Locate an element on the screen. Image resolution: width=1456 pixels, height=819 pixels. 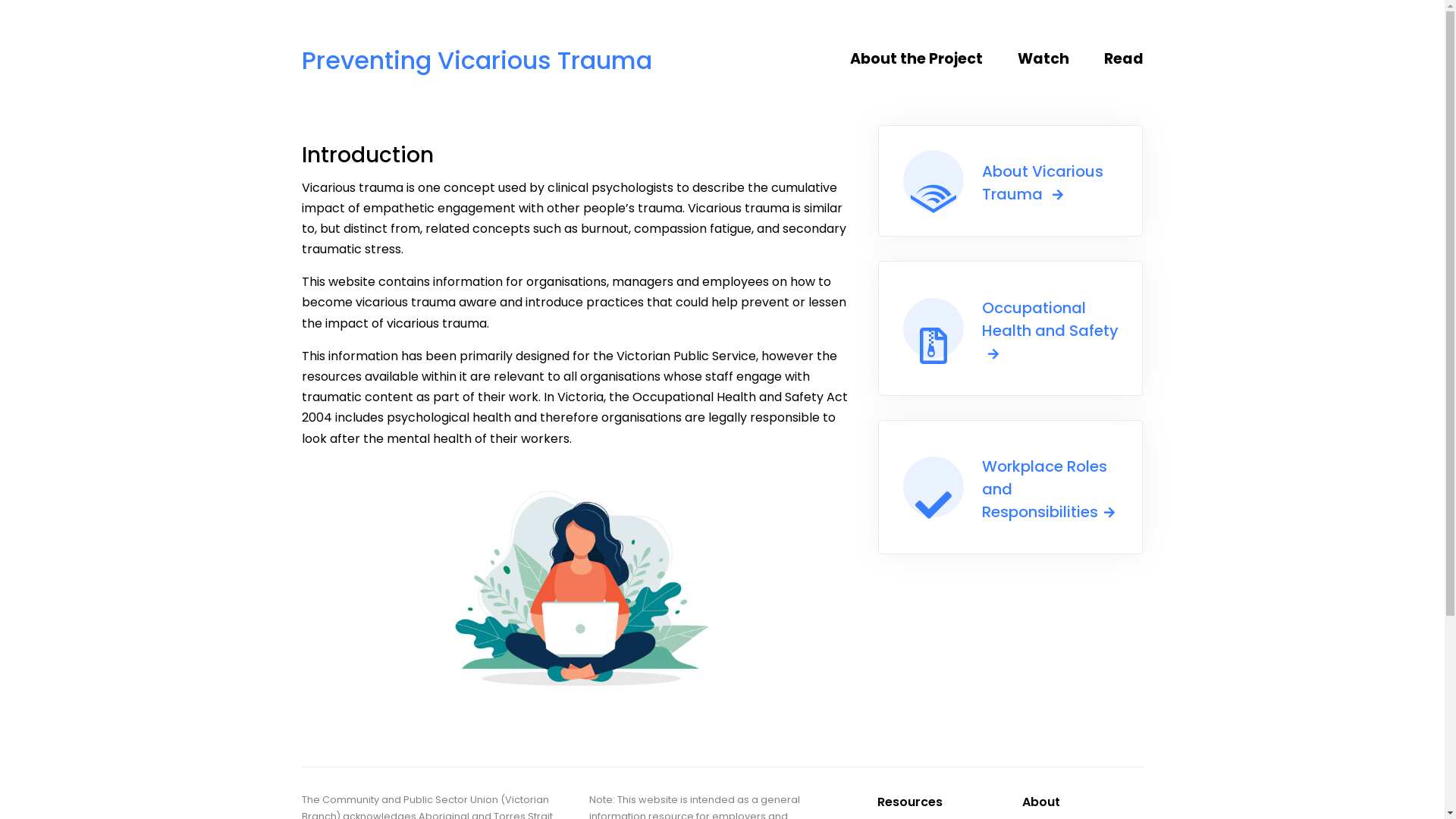
'Workplace Roles and Responsibilities' is located at coordinates (1011, 487).